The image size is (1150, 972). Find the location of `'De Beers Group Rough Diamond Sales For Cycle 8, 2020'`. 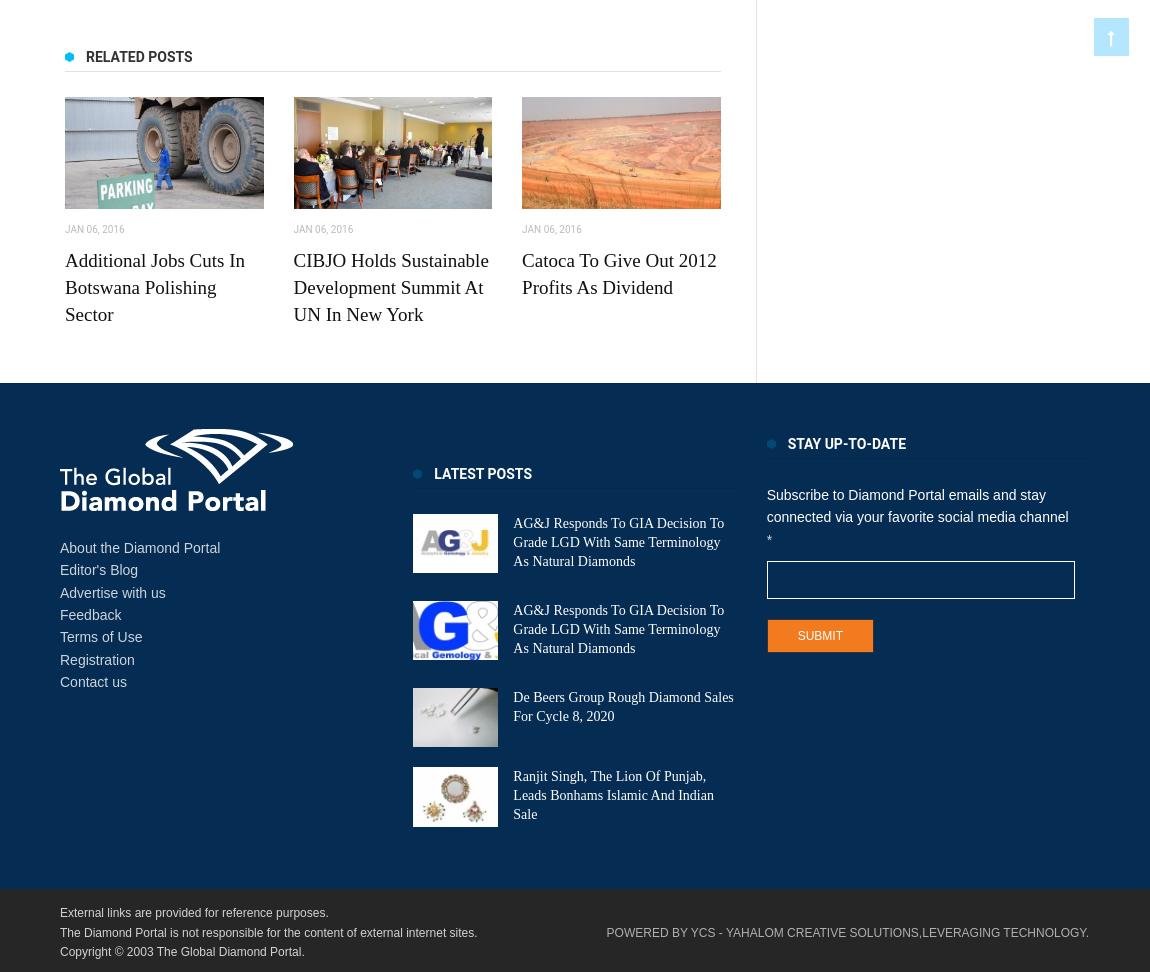

'De Beers Group Rough Diamond Sales For Cycle 8, 2020' is located at coordinates (513, 704).